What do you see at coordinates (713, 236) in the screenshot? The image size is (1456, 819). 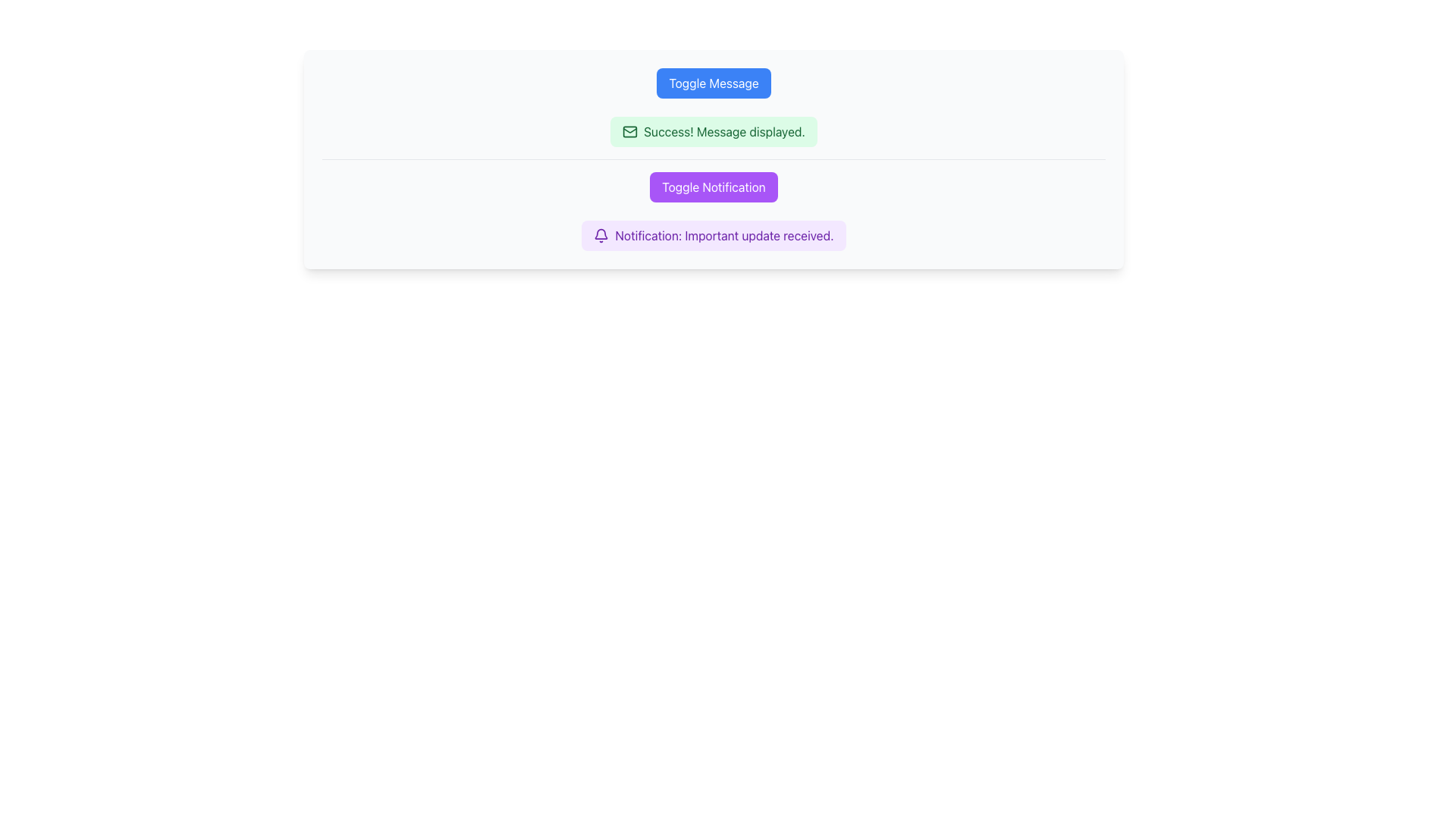 I see `the notification text that reads 'Notification: Important update received.' which is located in the light purple Notification Banner with rounded corners, positioned below the 'Toggle Notification' button` at bounding box center [713, 236].